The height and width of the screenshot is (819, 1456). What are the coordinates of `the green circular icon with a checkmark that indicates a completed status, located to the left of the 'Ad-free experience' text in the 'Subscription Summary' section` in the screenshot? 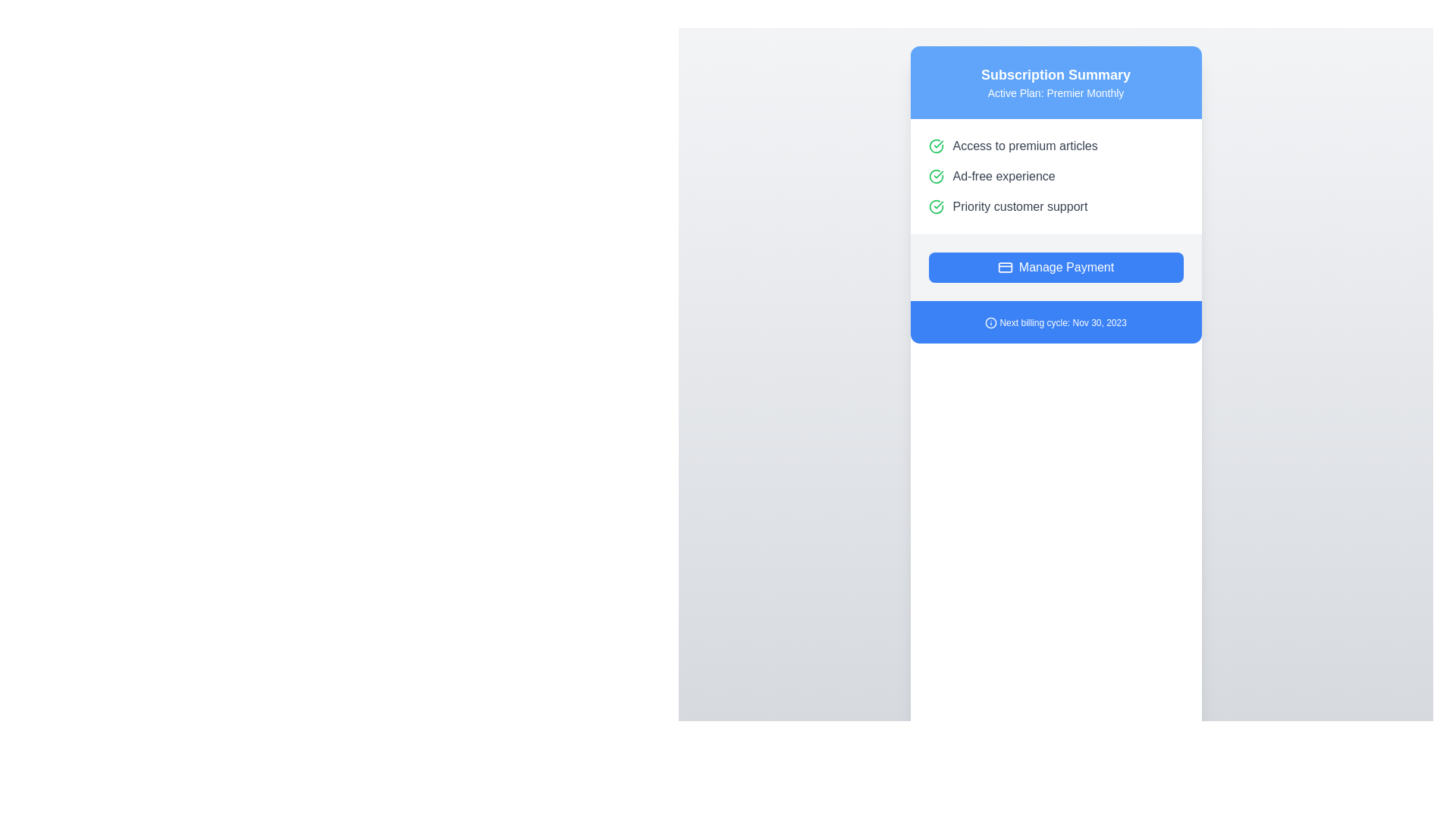 It's located at (935, 175).